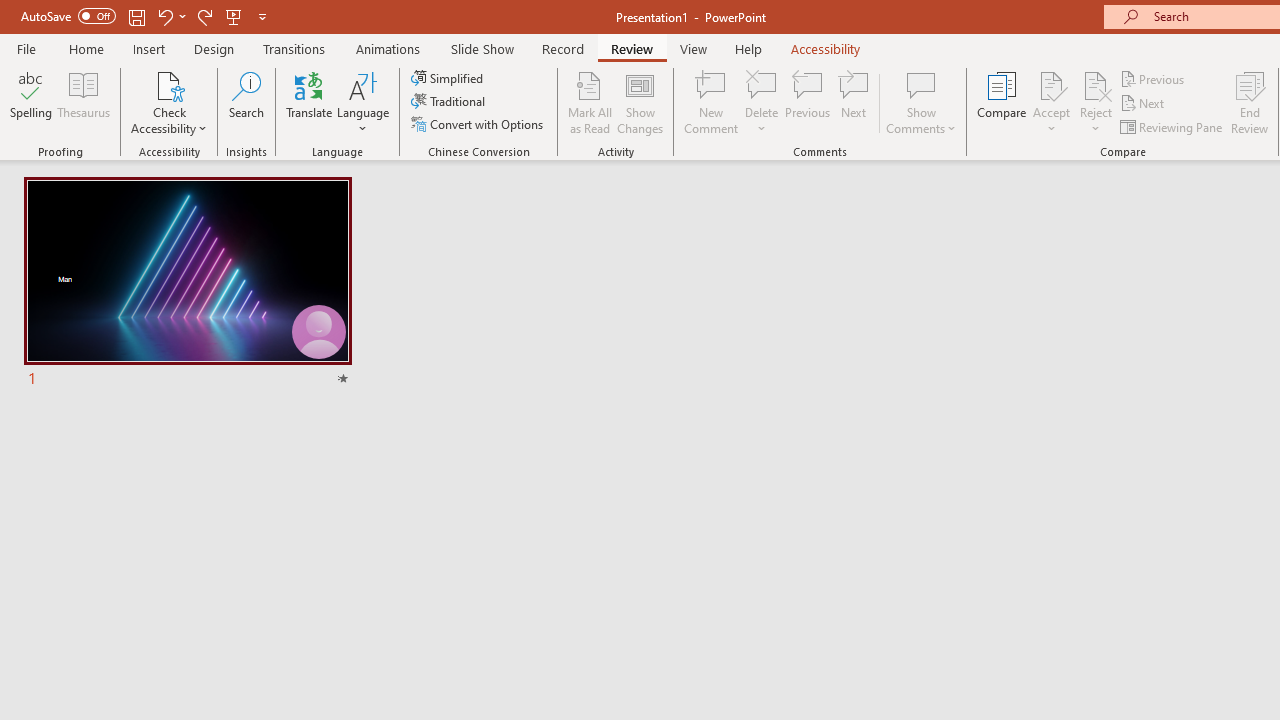 This screenshot has width=1280, height=720. Describe the element at coordinates (589, 103) in the screenshot. I see `'Mark All as Read'` at that location.